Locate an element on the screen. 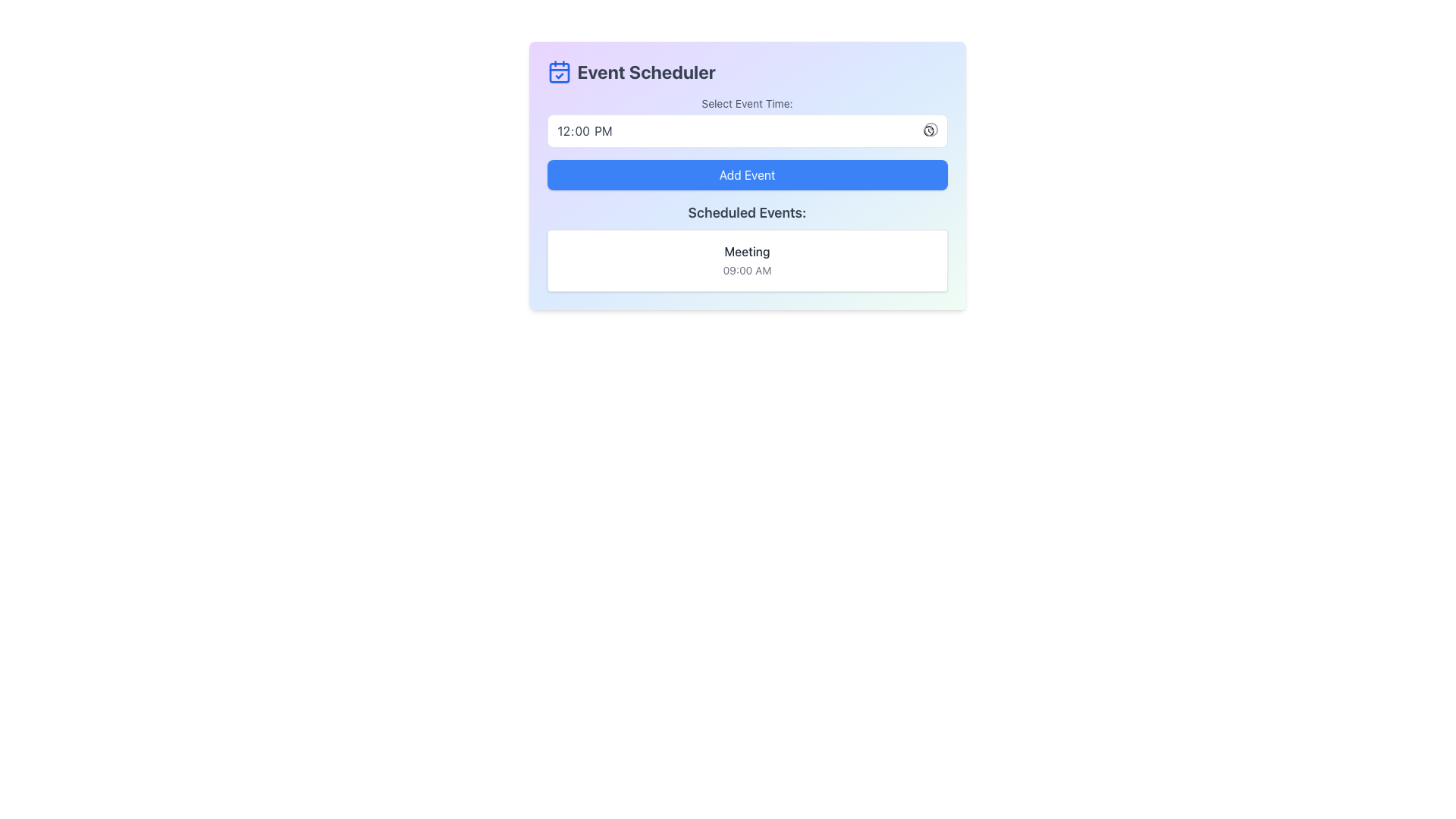 The width and height of the screenshot is (1456, 819). the circular clock icon located at the top-right corner of the time selection input field to trigger a tooltip or visual change is located at coordinates (930, 128).